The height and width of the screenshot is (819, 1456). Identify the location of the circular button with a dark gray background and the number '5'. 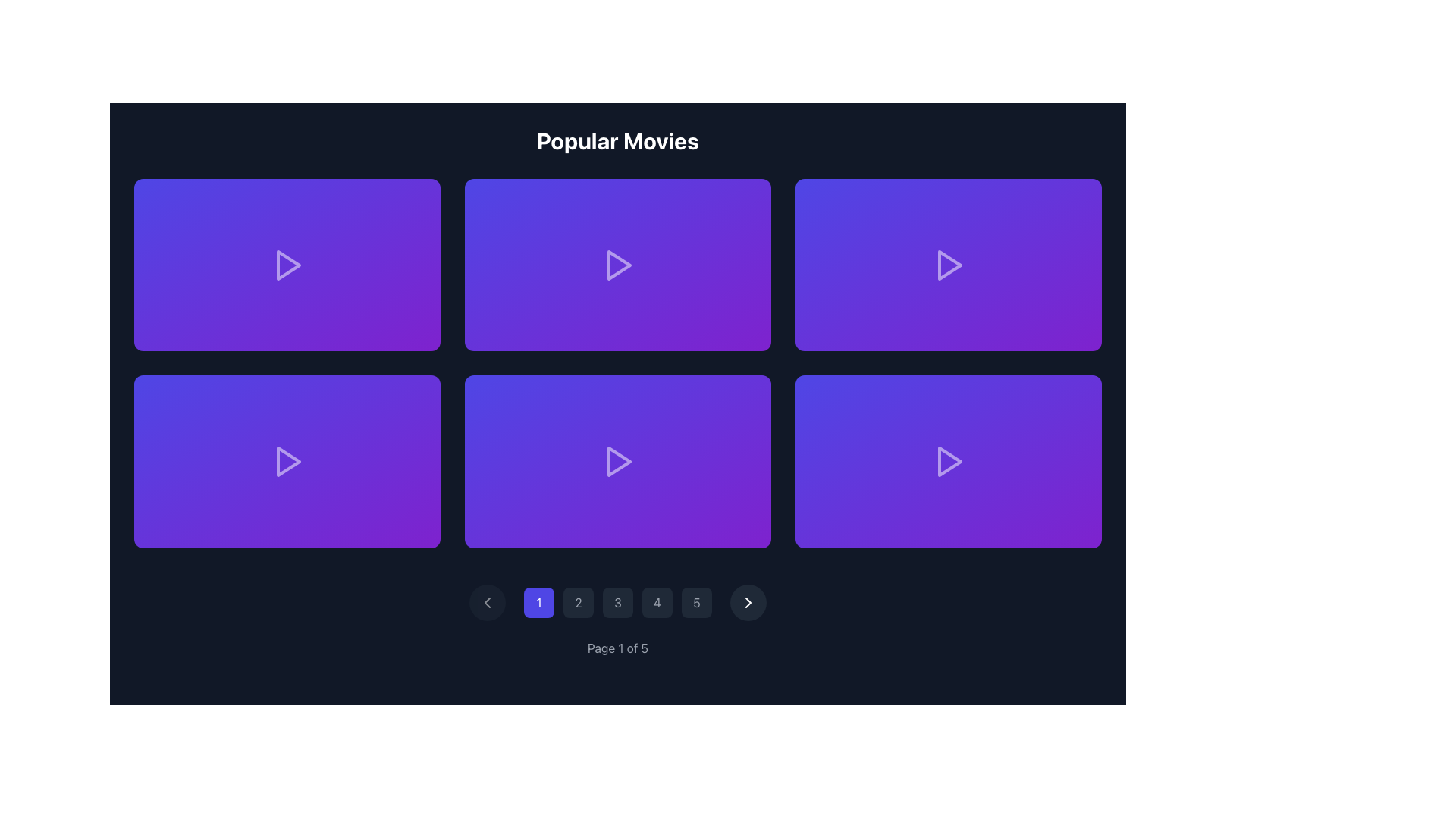
(695, 601).